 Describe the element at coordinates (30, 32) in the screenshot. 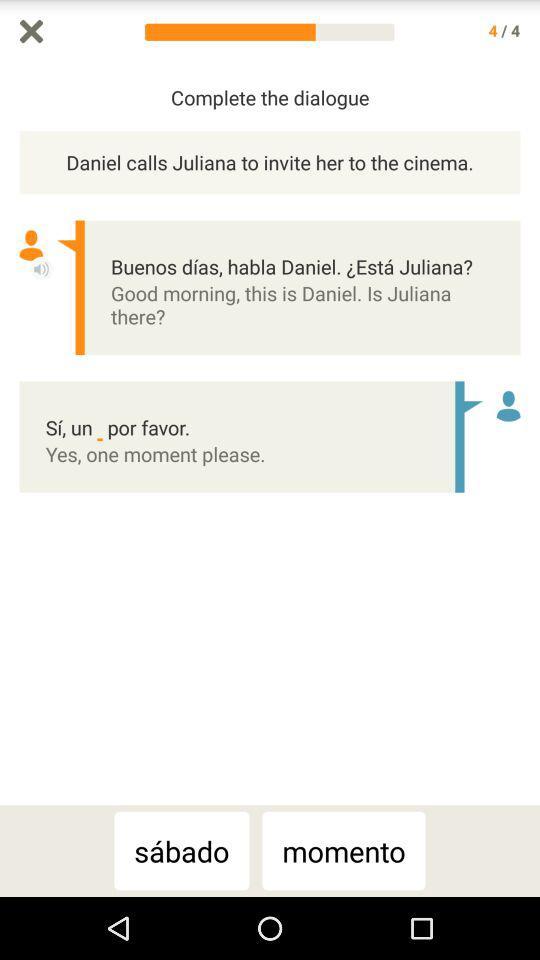

I see `the close icon` at that location.